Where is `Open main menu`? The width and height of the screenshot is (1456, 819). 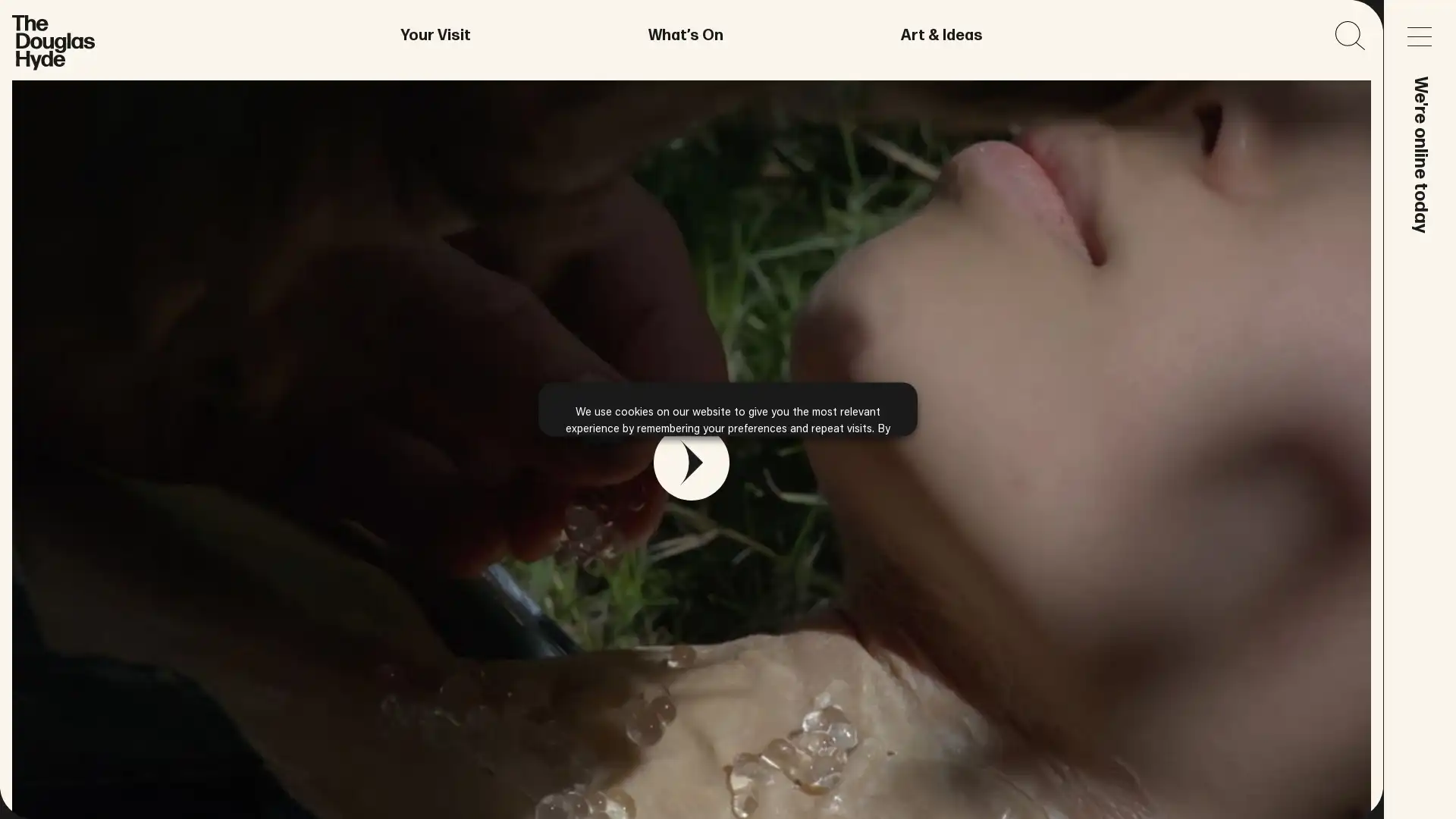 Open main menu is located at coordinates (1419, 35).